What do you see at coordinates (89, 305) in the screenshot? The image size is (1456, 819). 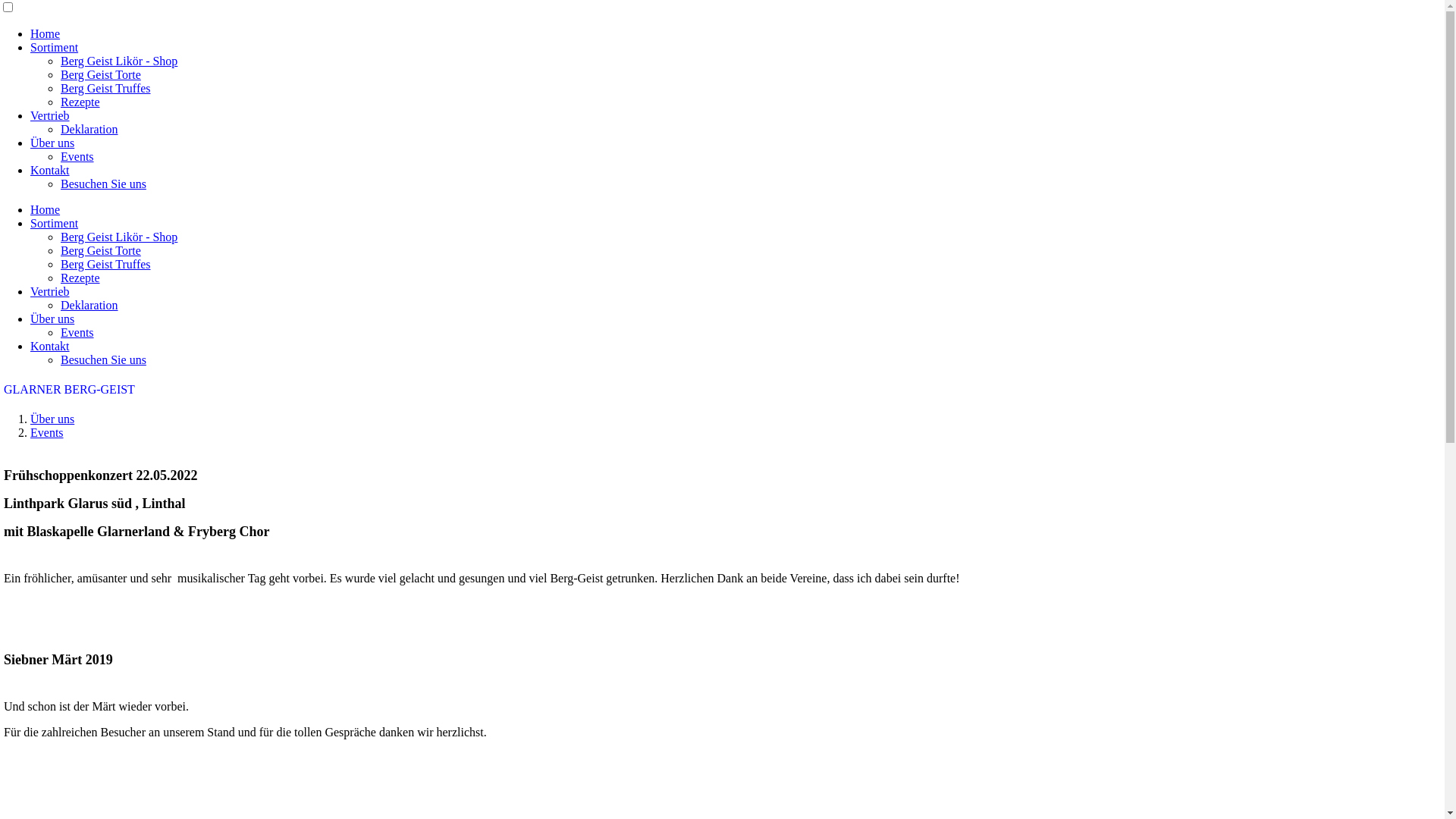 I see `'Deklaration'` at bounding box center [89, 305].